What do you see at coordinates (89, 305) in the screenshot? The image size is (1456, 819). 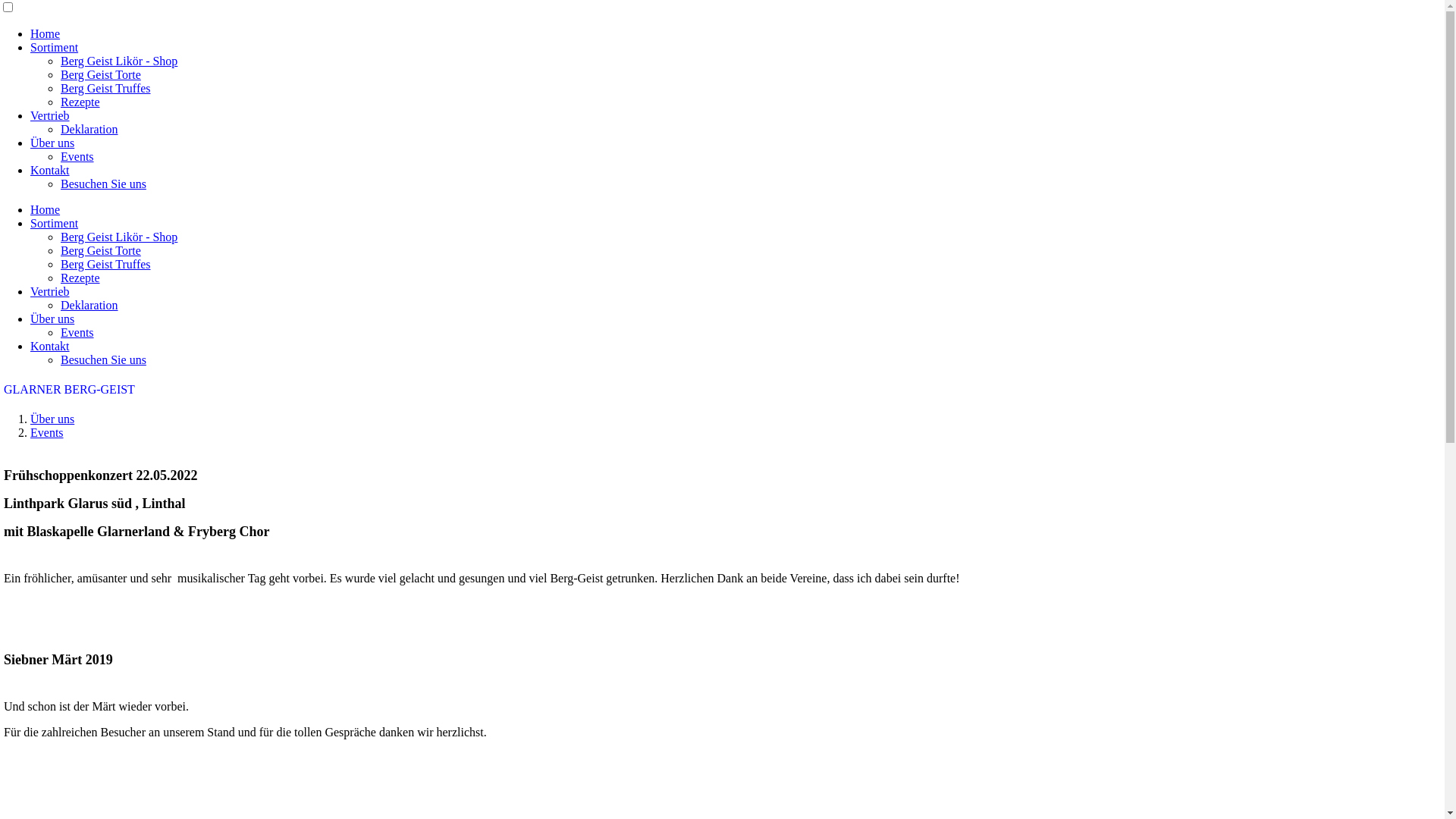 I see `'Deklaration'` at bounding box center [89, 305].